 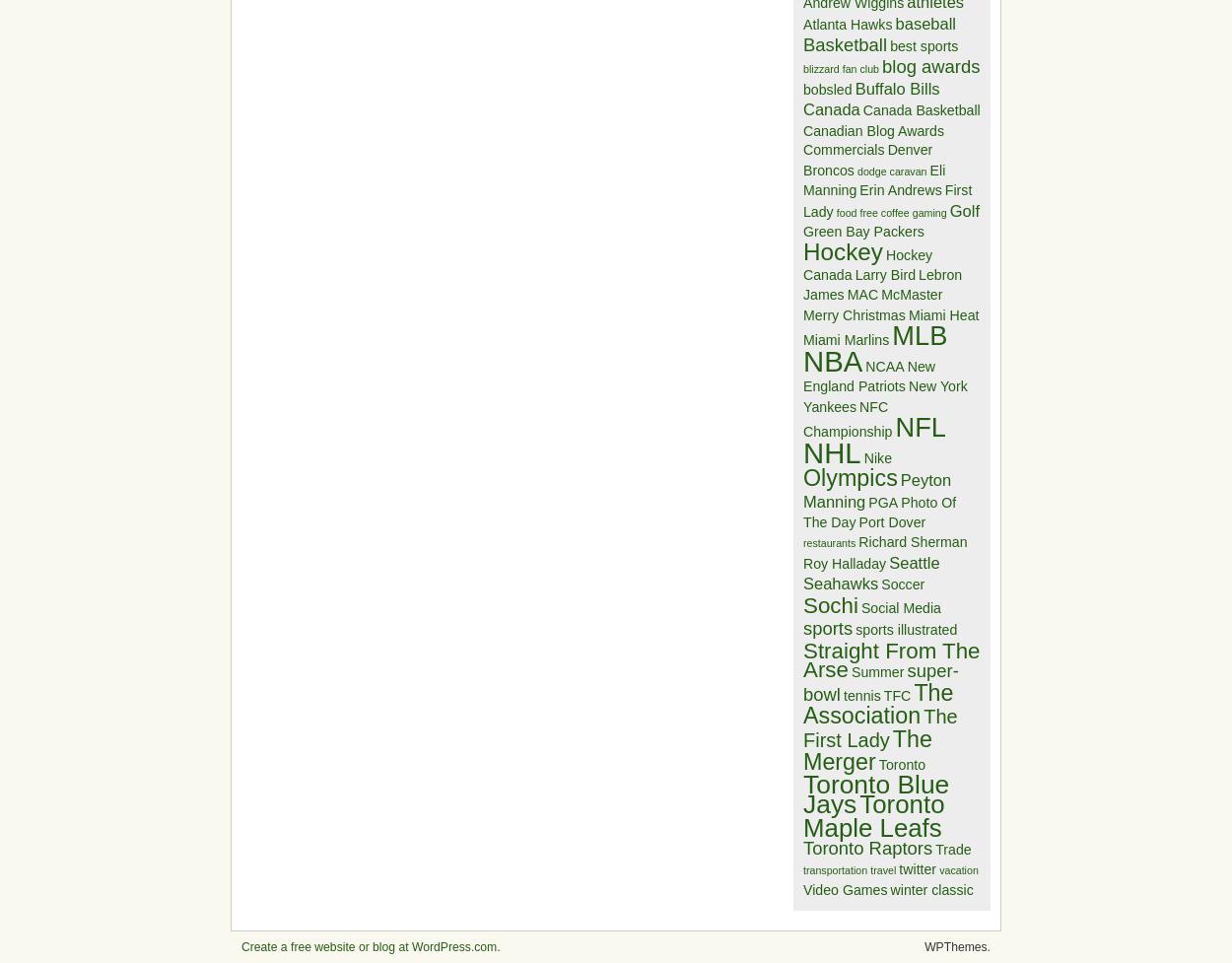 I want to click on 'NHL', so click(x=831, y=451).